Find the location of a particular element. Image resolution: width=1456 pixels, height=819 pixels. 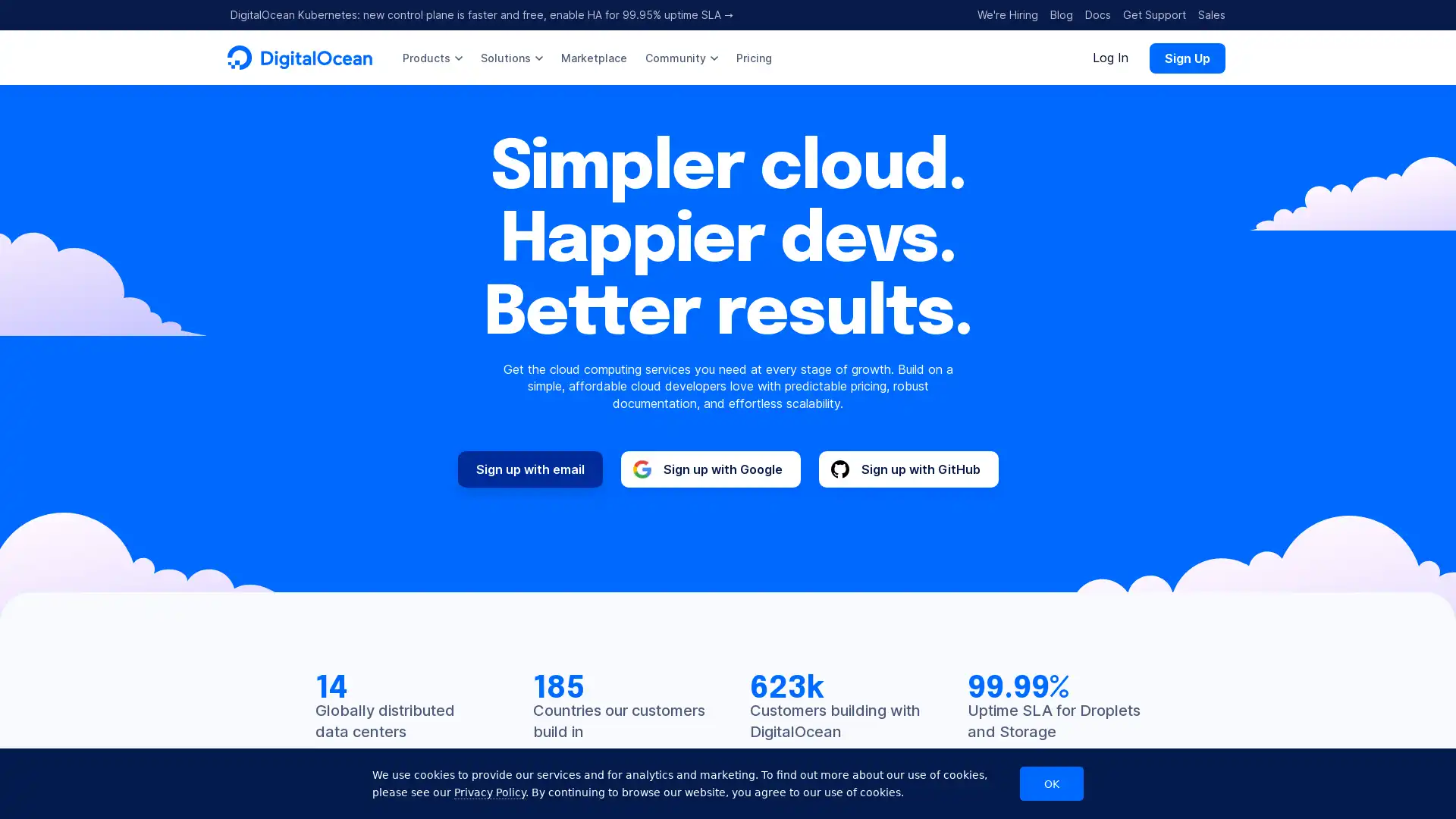

Products is located at coordinates (431, 57).